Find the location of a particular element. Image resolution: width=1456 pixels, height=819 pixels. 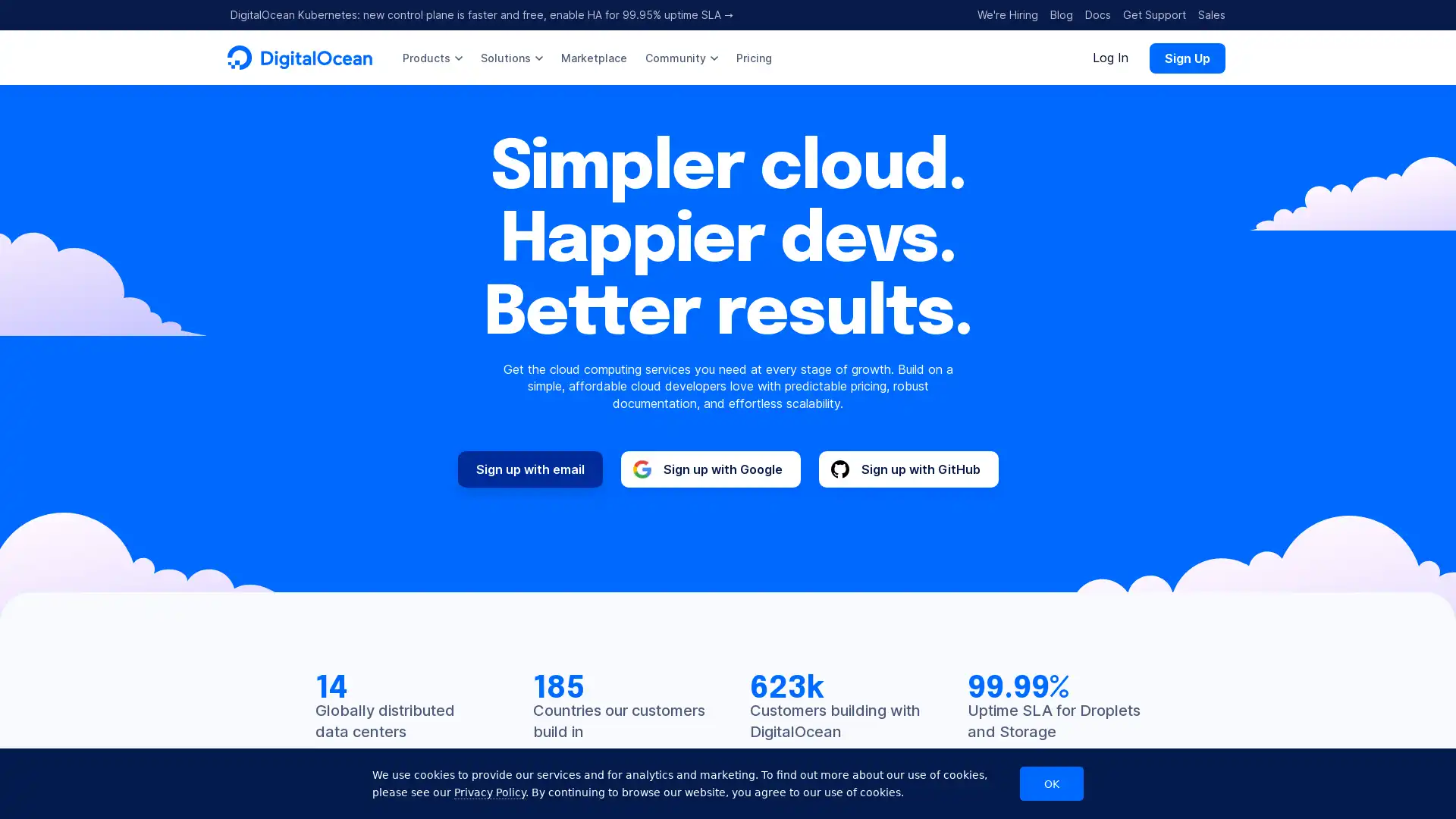

Products is located at coordinates (431, 57).